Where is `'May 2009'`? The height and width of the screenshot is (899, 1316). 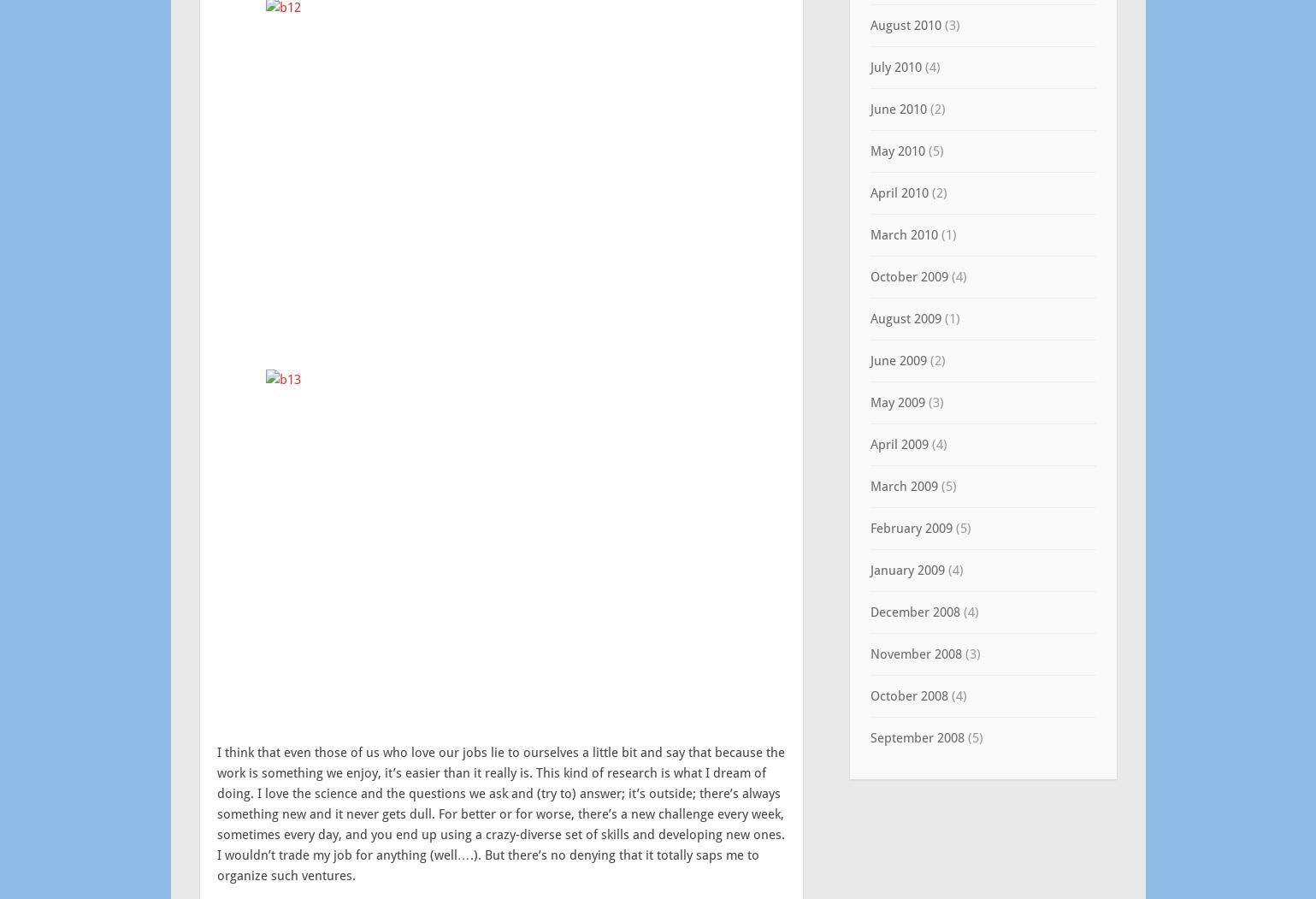 'May 2009' is located at coordinates (895, 401).